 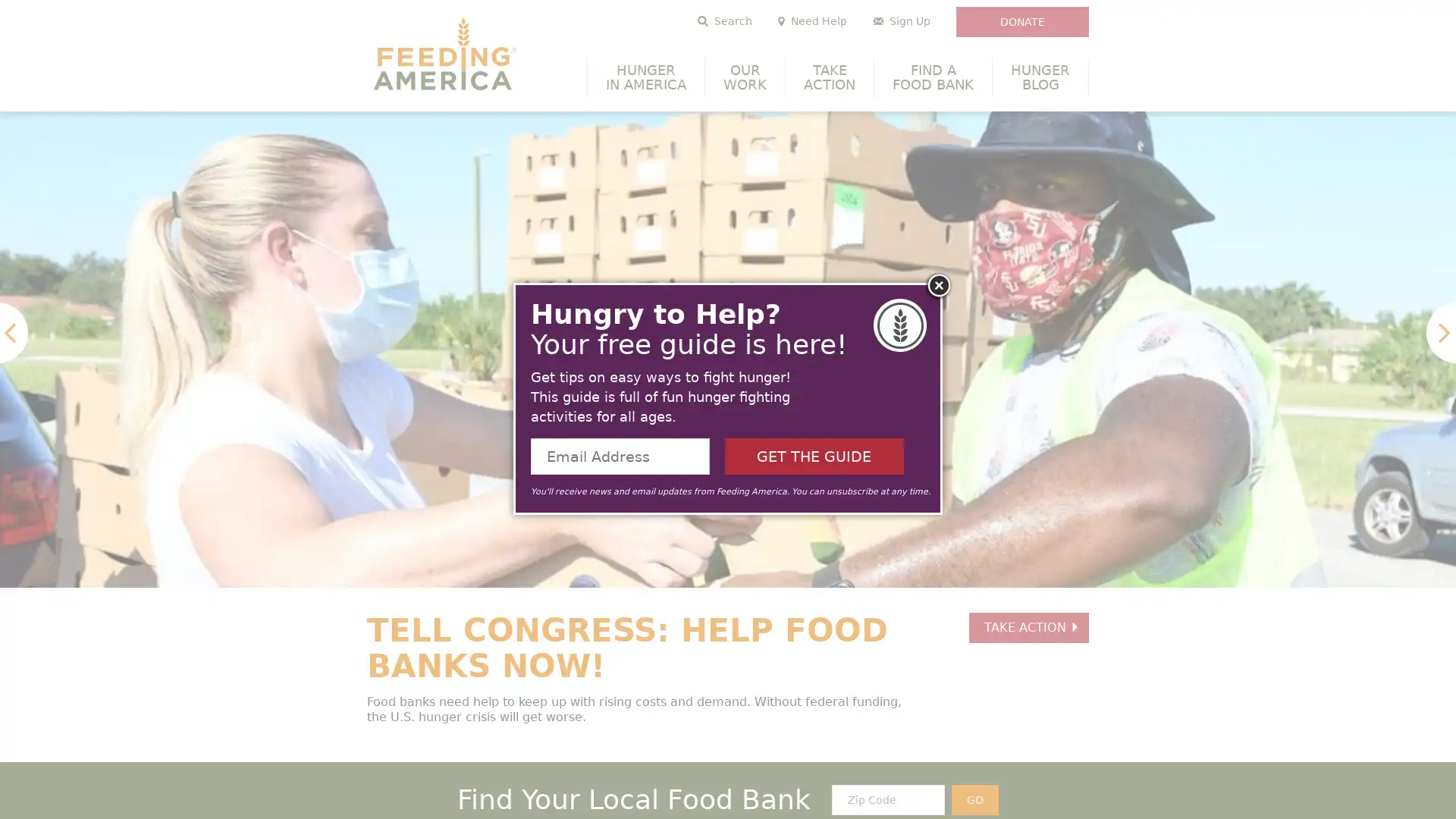 I want to click on Sign up for our Newsletter, so click(x=902, y=20).